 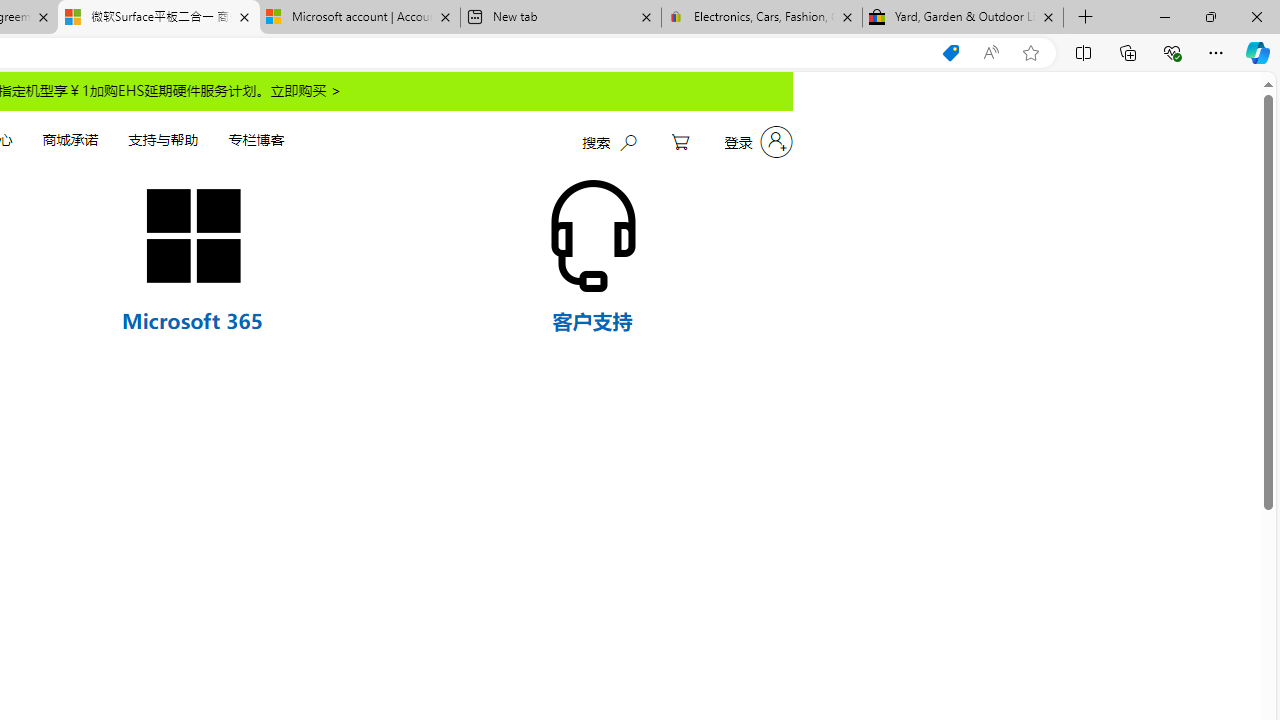 What do you see at coordinates (1164, 16) in the screenshot?
I see `'Minimize'` at bounding box center [1164, 16].